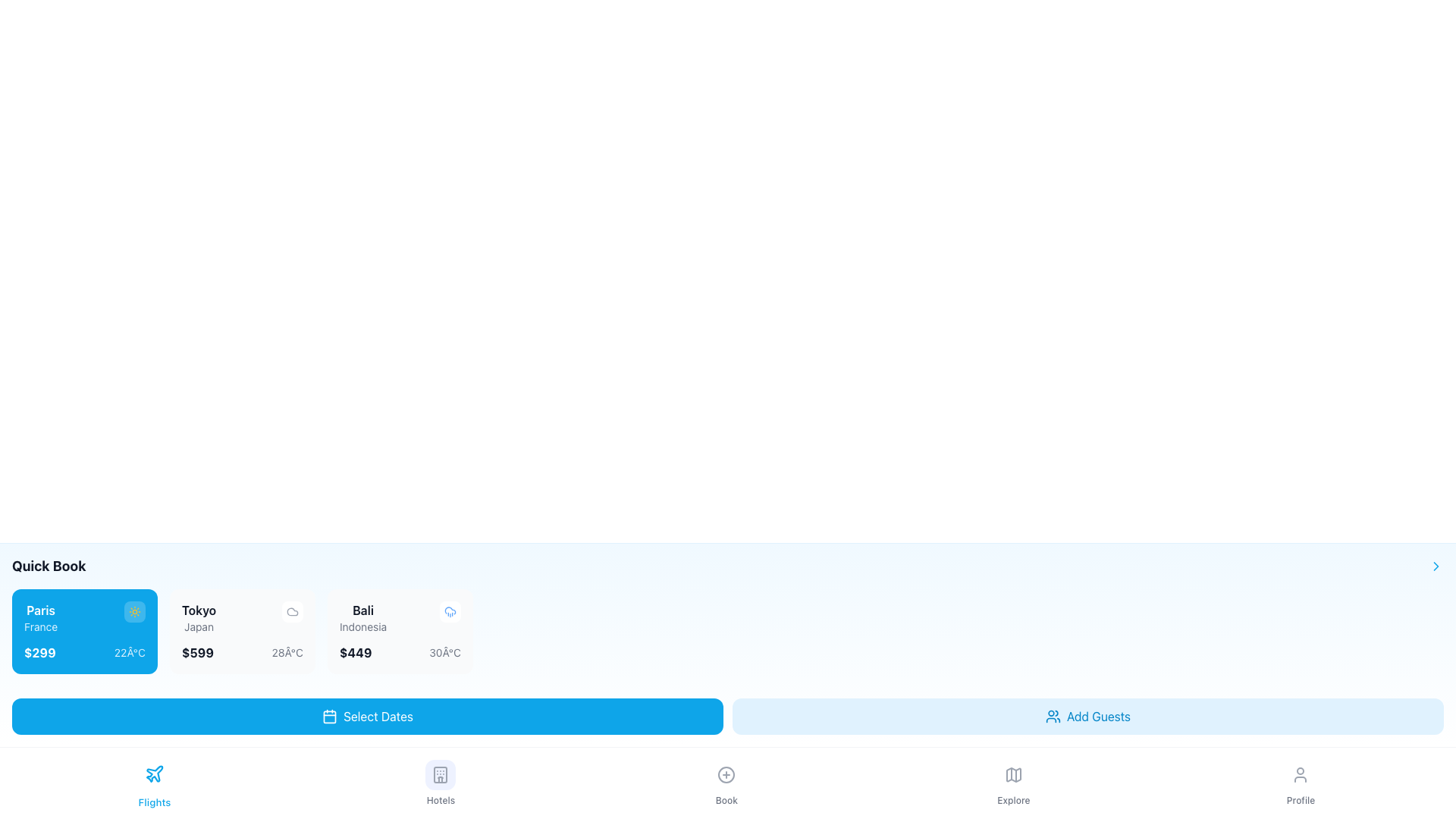 The height and width of the screenshot is (819, 1456). Describe the element at coordinates (41, 617) in the screenshot. I see `the Label displaying contextual information with 'Paris' in bold font and 'France' in smaller font, located within a blue rectangular background in the Quick Book area` at that location.